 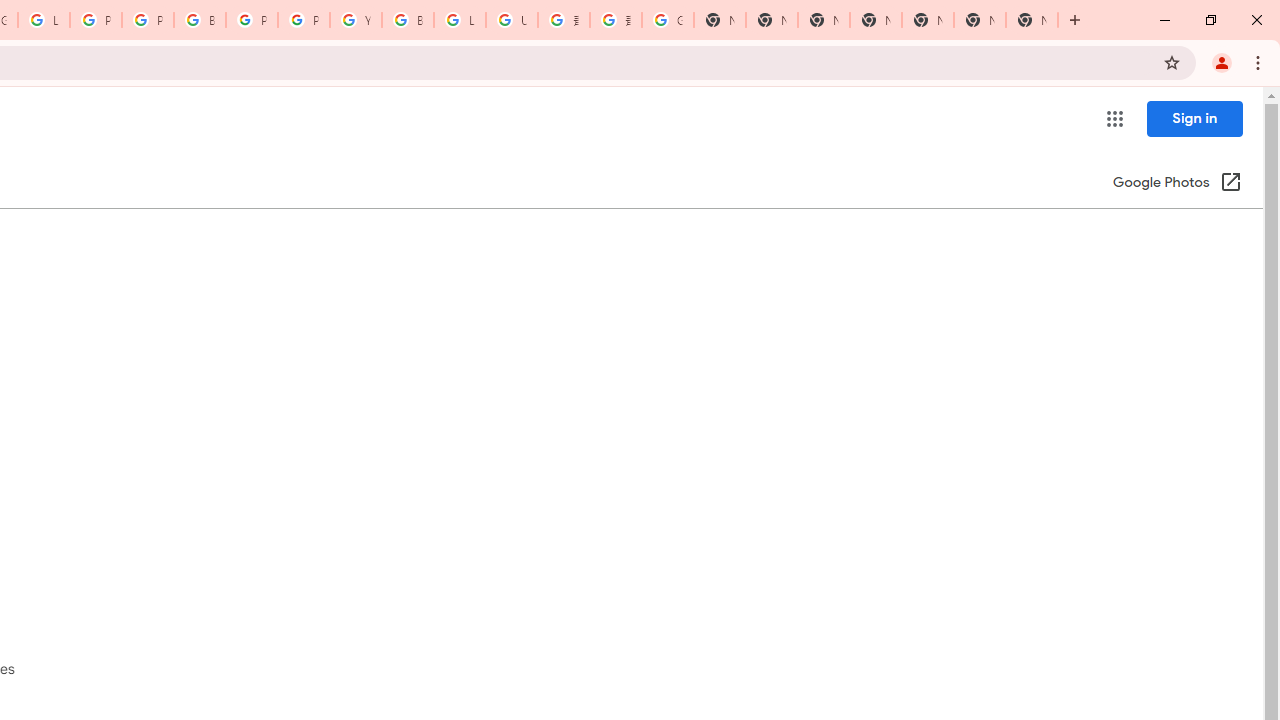 I want to click on 'Close', so click(x=1255, y=20).